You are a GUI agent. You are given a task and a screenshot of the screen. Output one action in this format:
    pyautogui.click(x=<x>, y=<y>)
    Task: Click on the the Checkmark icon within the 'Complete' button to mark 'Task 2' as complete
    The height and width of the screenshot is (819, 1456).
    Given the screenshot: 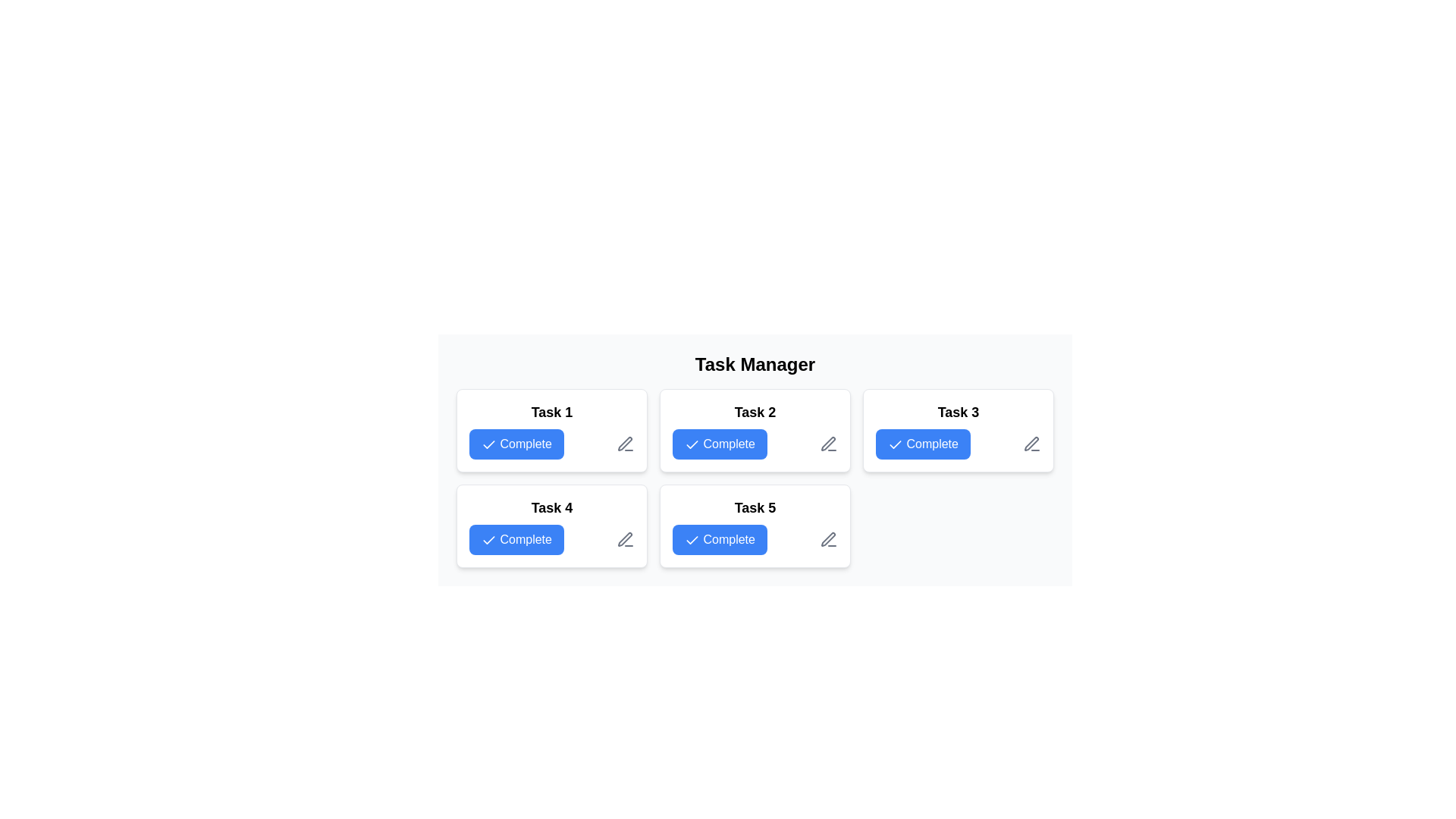 What is the action you would take?
    pyautogui.click(x=691, y=444)
    